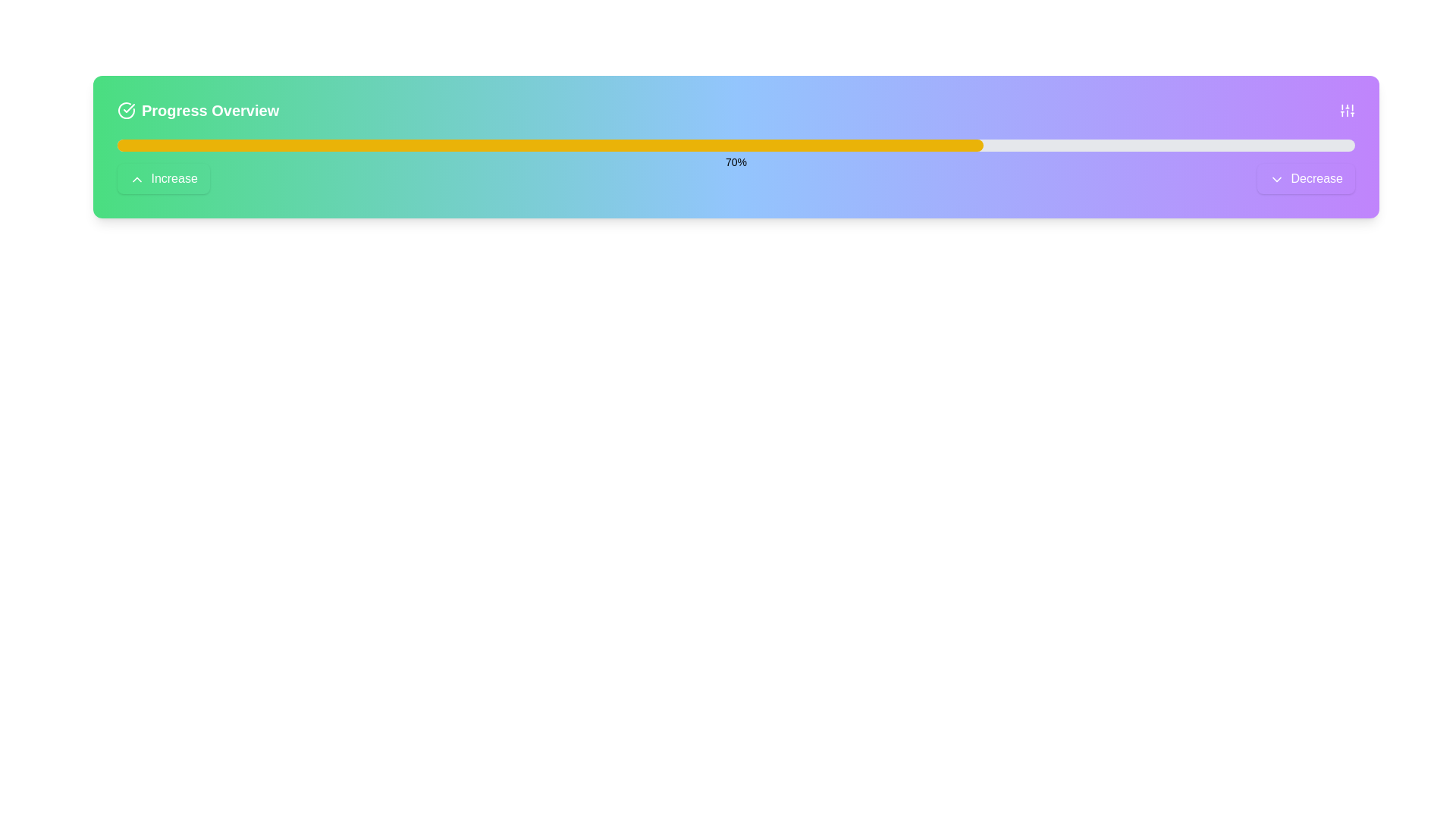 This screenshot has width=1456, height=819. Describe the element at coordinates (736, 162) in the screenshot. I see `the Text Label that displays the current progress percentage, positioned directly below the horizontal progress bar` at that location.